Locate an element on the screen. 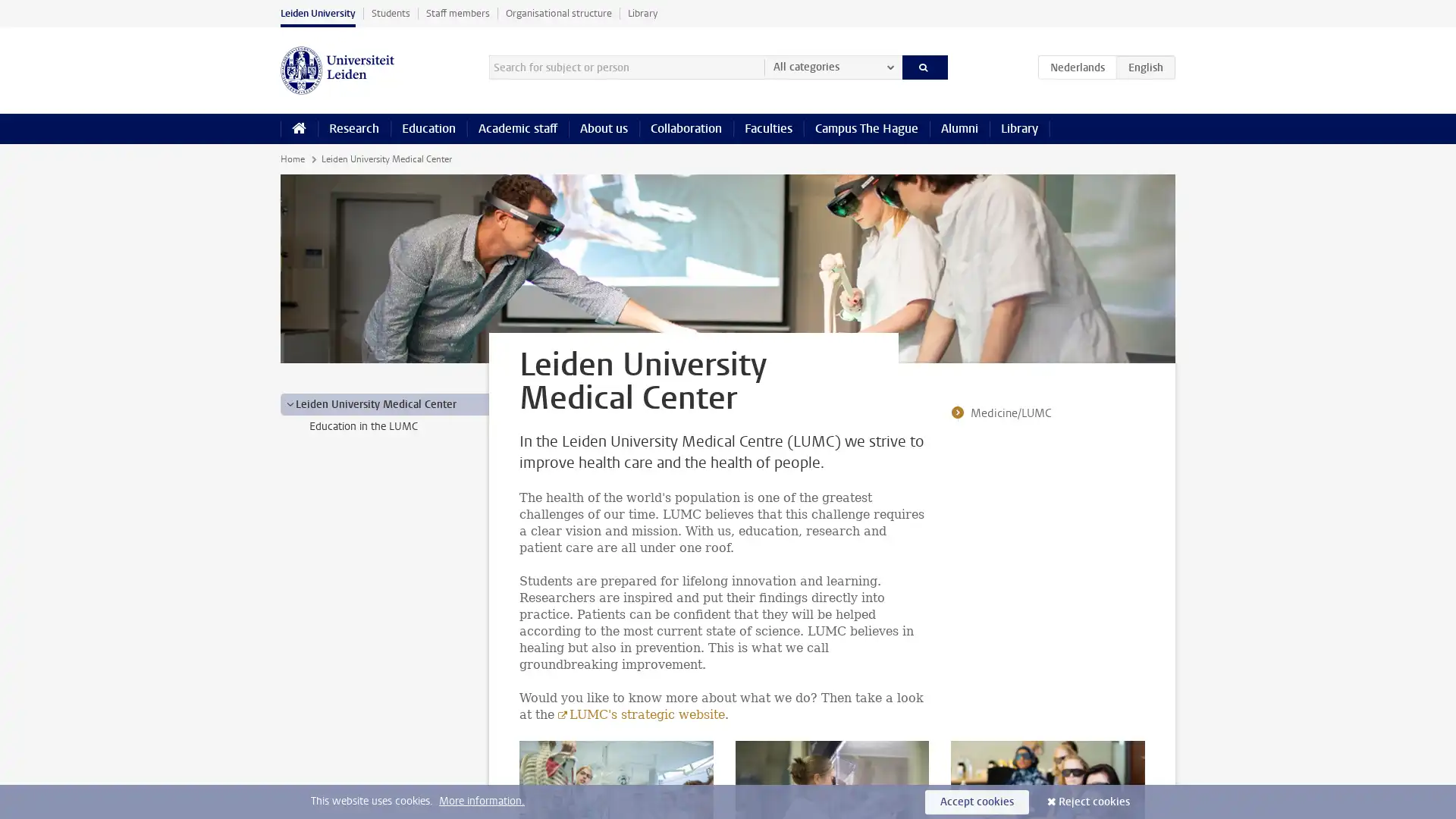  Reject cookies is located at coordinates (1094, 801).